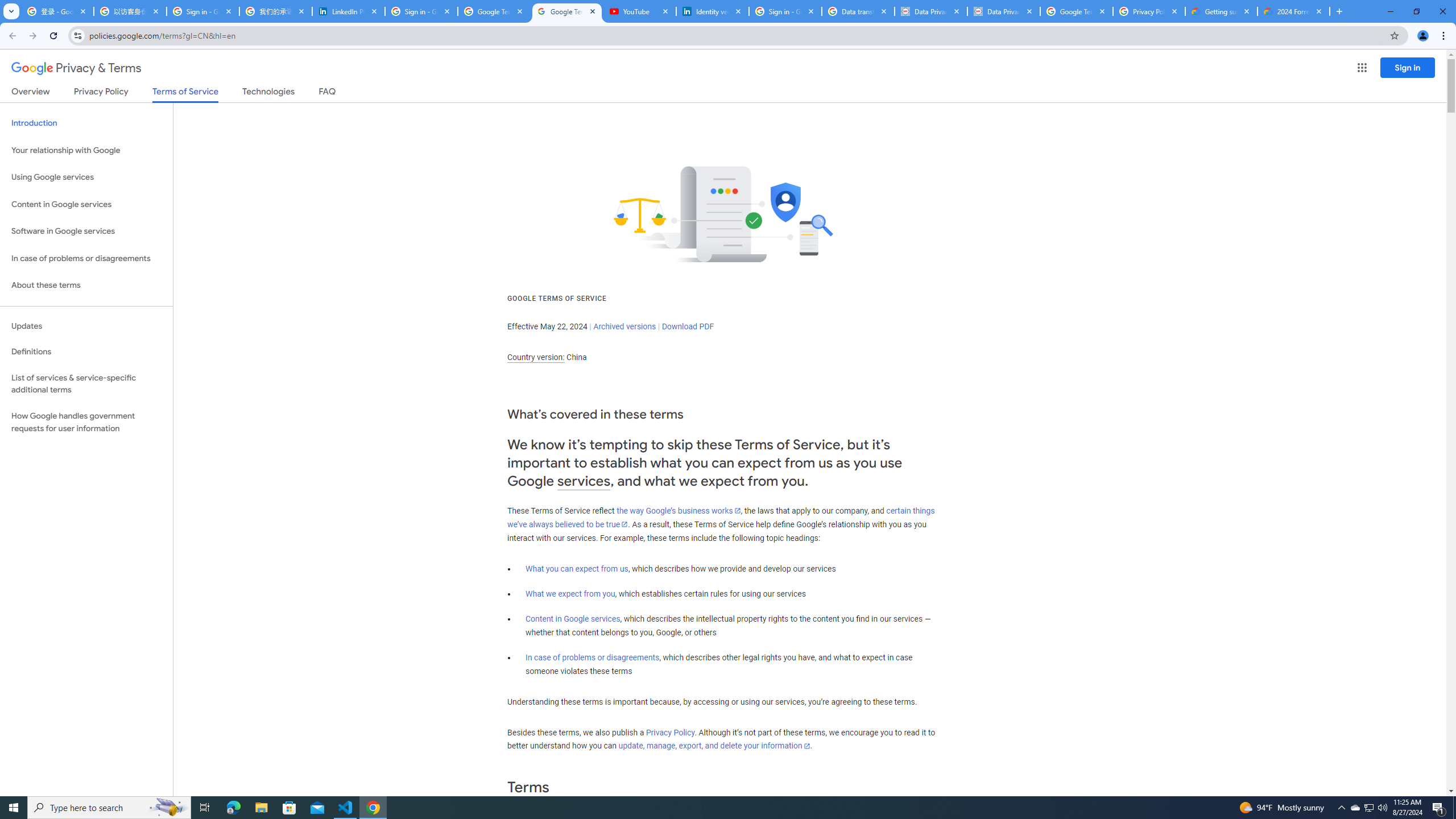 The width and height of the screenshot is (1456, 819). I want to click on 'Search tabs', so click(11, 11).